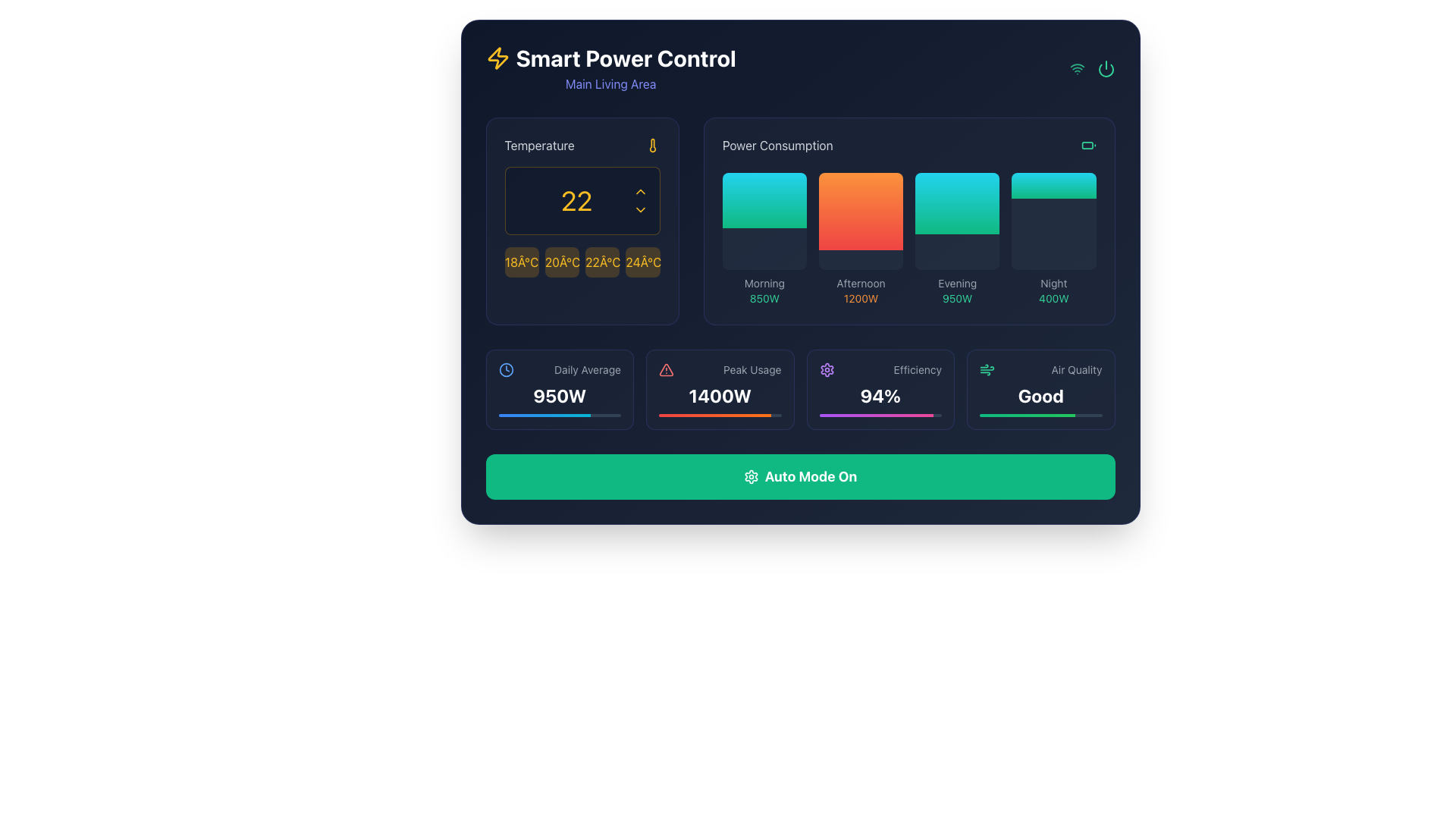 The image size is (1456, 819). I want to click on the '22°C' button in the temperature selection grid, so click(582, 262).